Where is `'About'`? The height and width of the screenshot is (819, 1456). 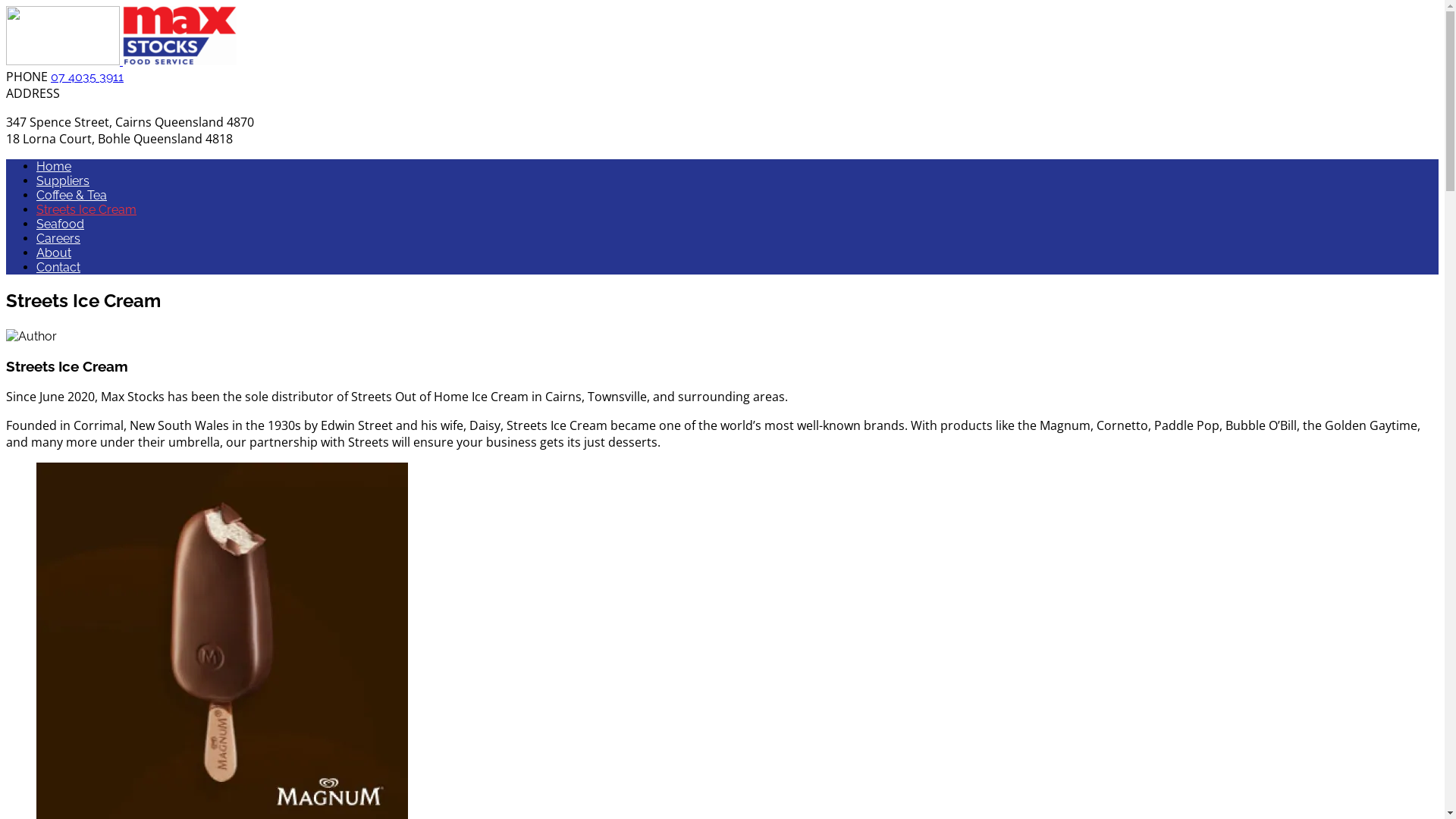 'About' is located at coordinates (54, 252).